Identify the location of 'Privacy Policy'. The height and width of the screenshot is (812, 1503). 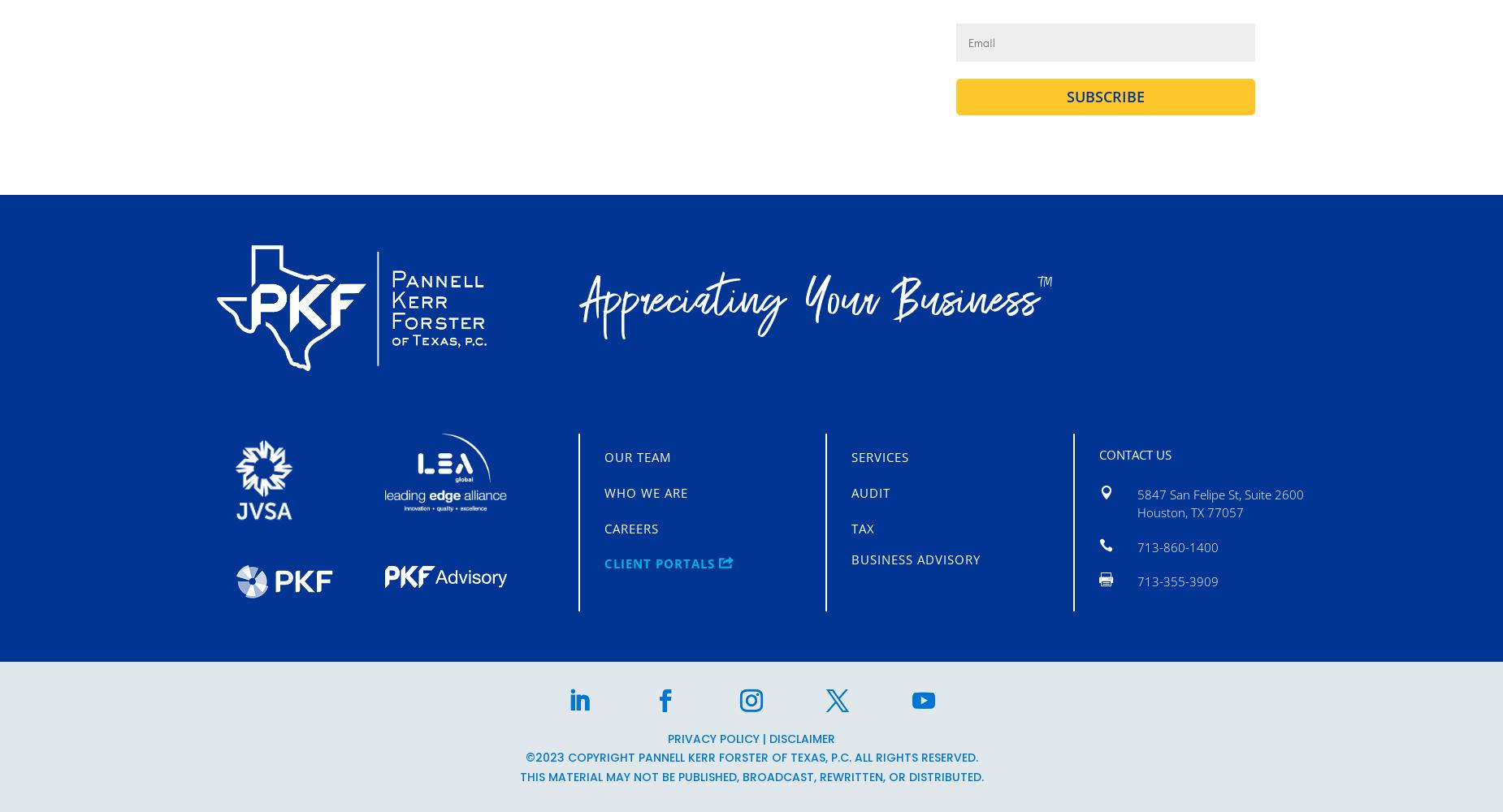
(667, 738).